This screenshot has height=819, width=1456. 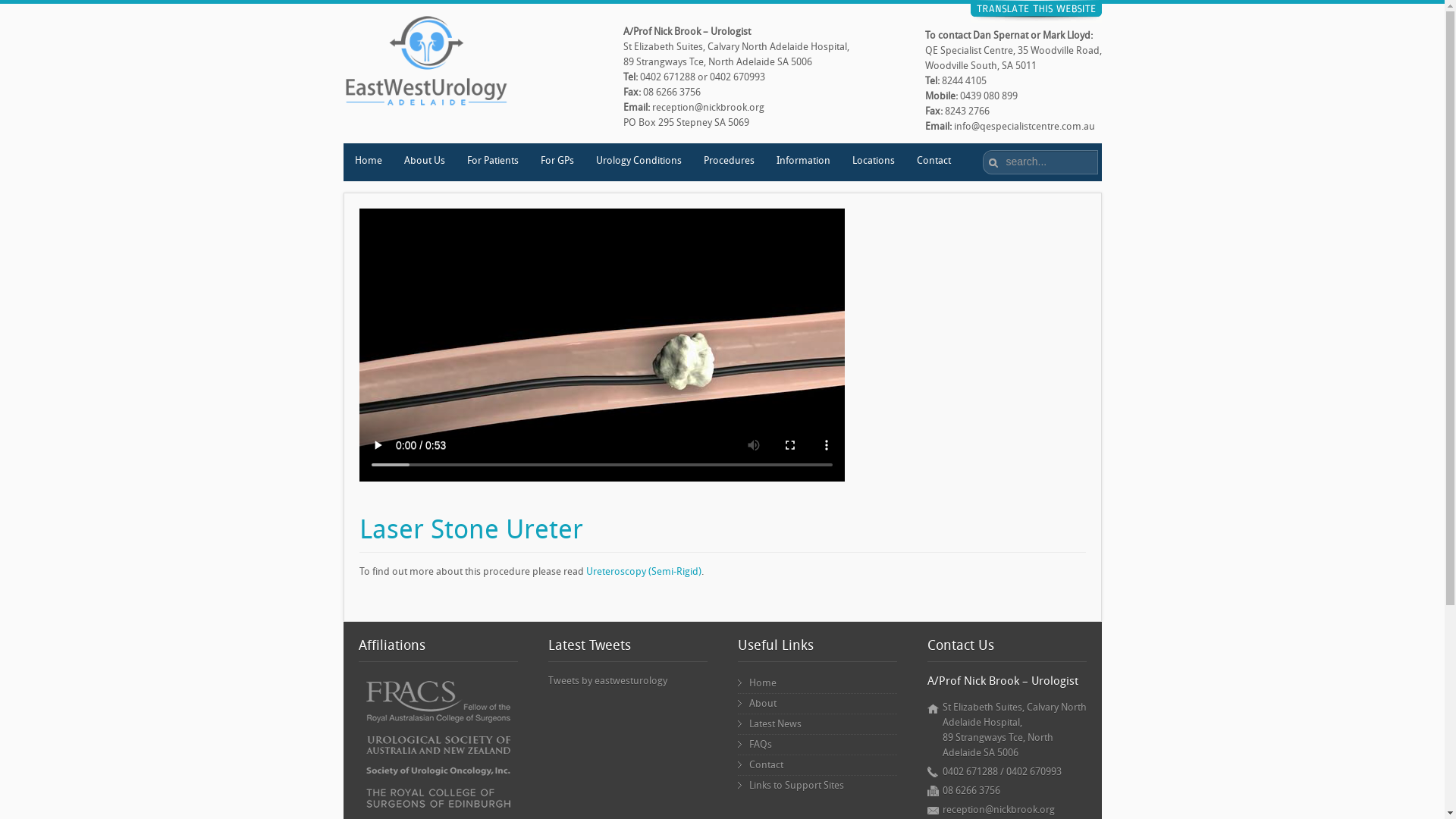 I want to click on 'Tweets by eastwesturology', so click(x=607, y=679).